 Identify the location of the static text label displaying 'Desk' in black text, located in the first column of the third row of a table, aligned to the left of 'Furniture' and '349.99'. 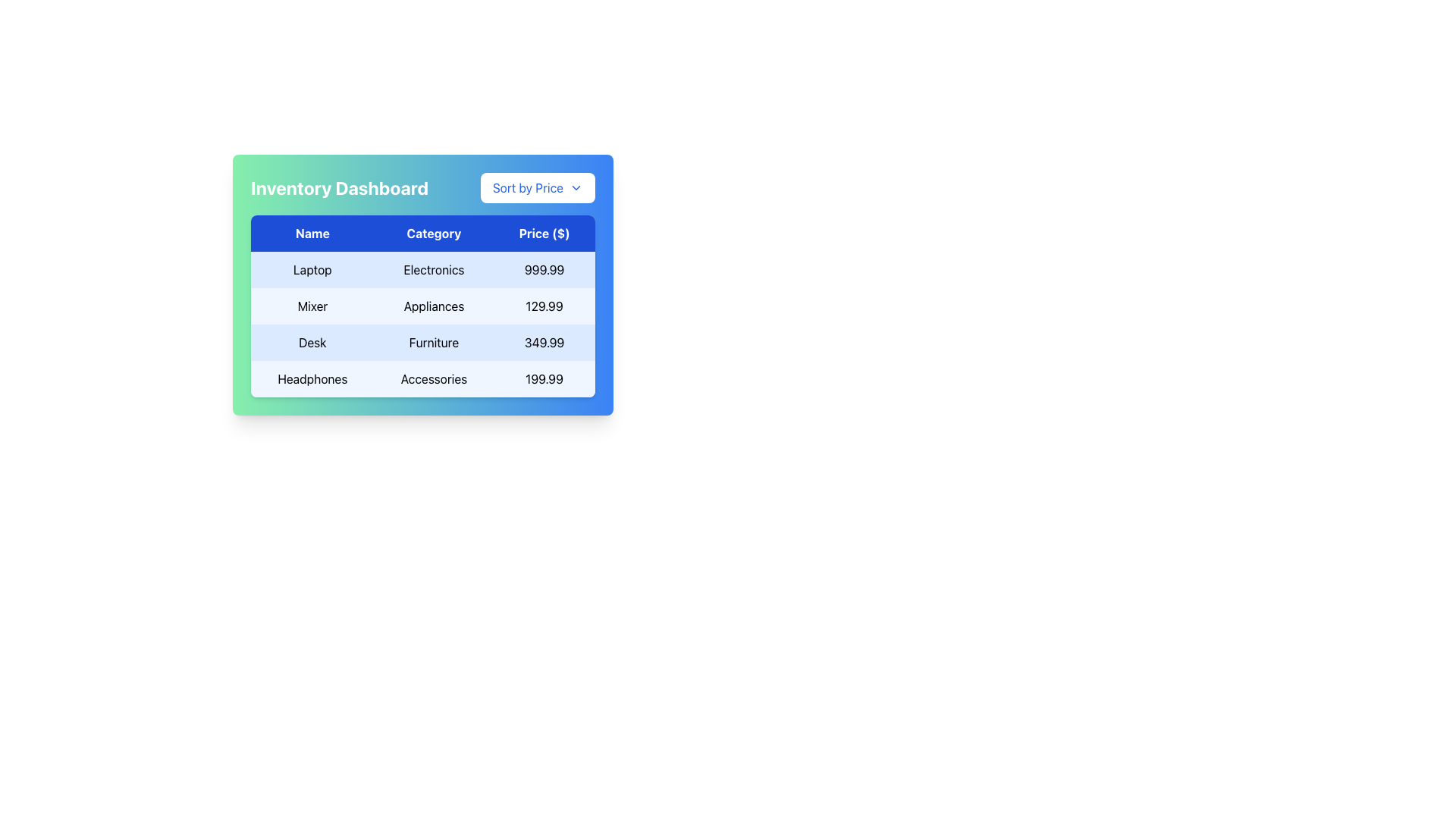
(312, 342).